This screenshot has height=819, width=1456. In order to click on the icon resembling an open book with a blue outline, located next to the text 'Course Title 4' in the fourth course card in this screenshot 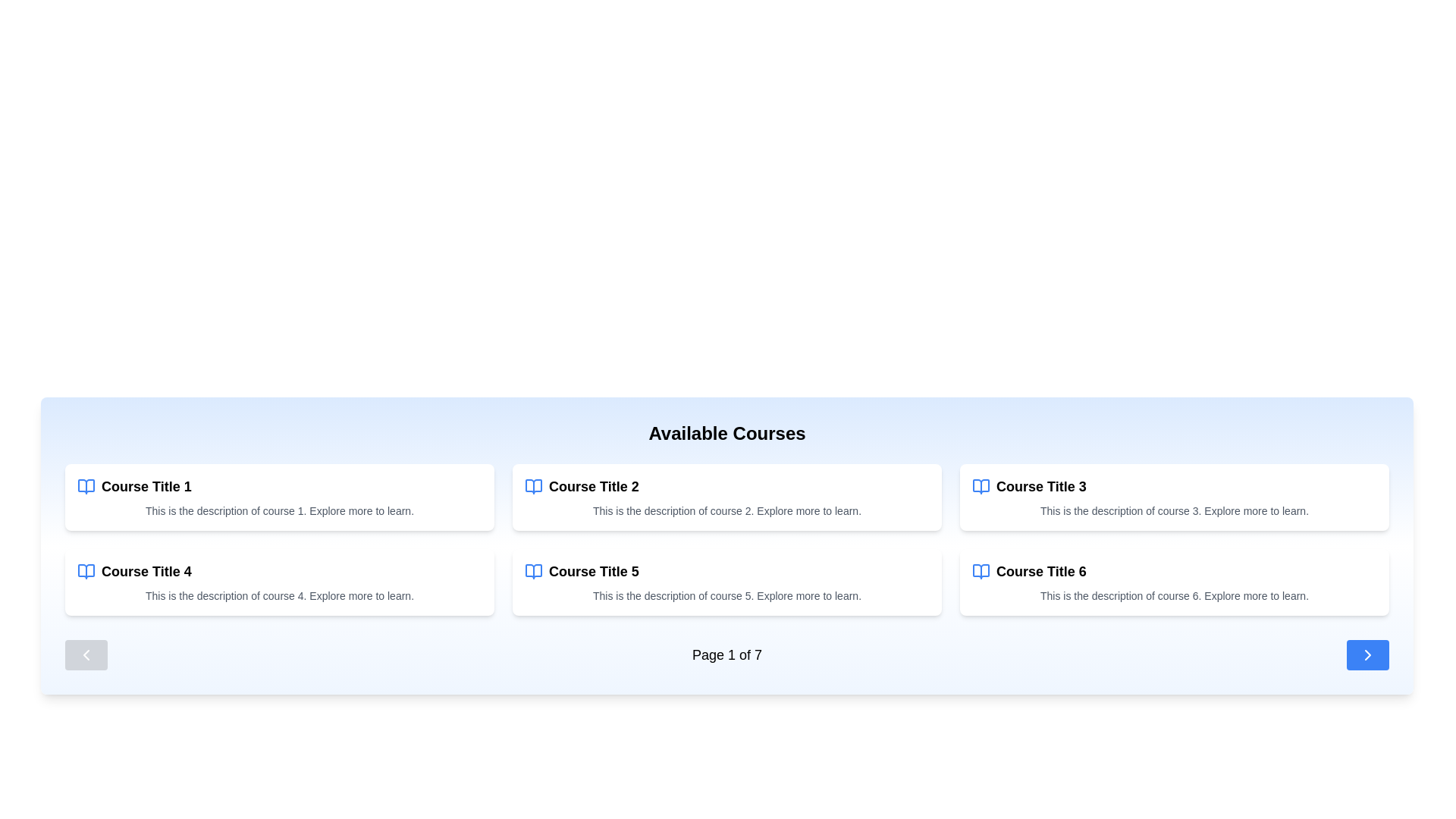, I will do `click(86, 571)`.